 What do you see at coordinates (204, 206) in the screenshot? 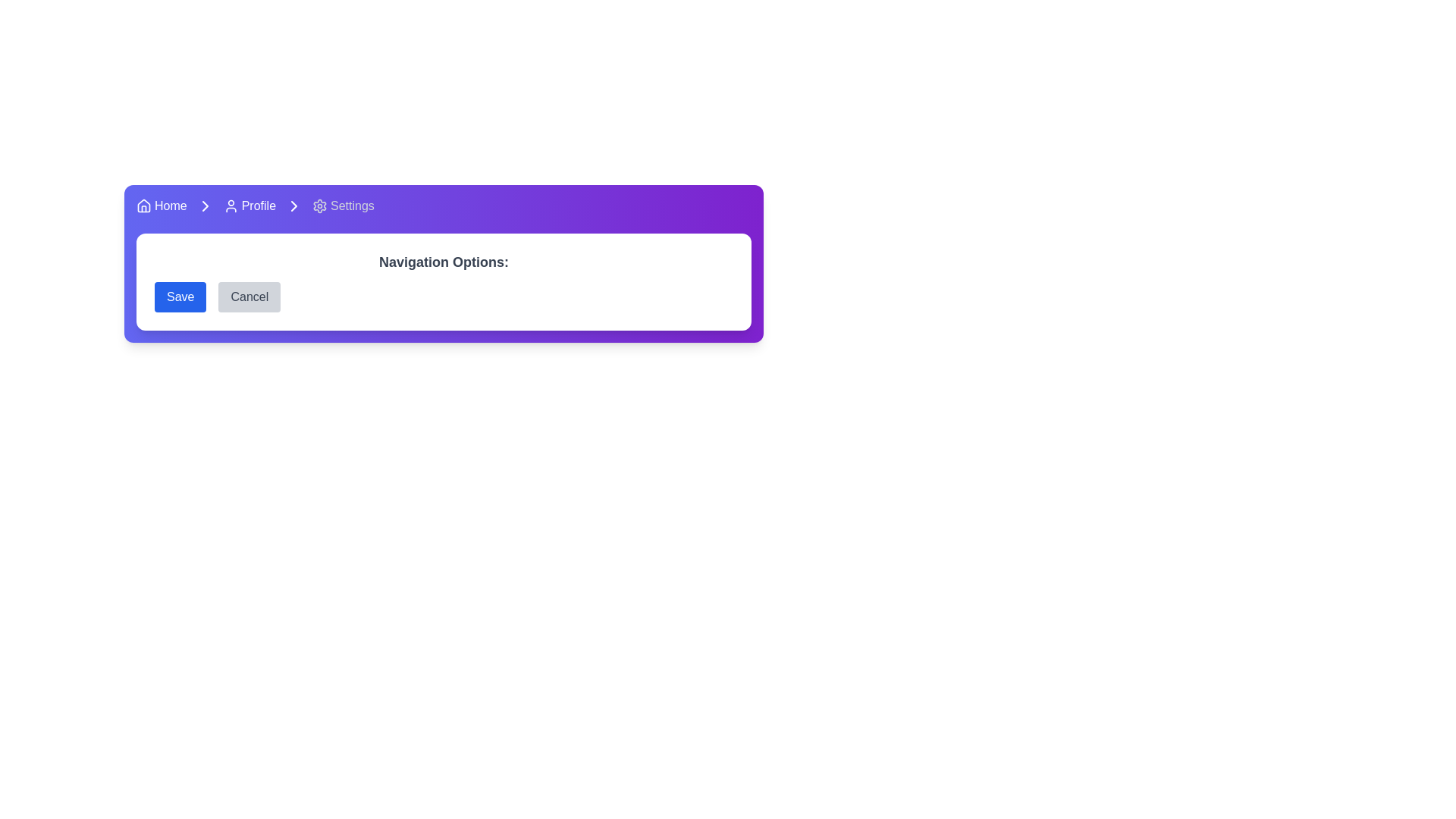
I see `chevron icon that indicates navigation from 'Profile' to 'Settings' in the top navigation section` at bounding box center [204, 206].